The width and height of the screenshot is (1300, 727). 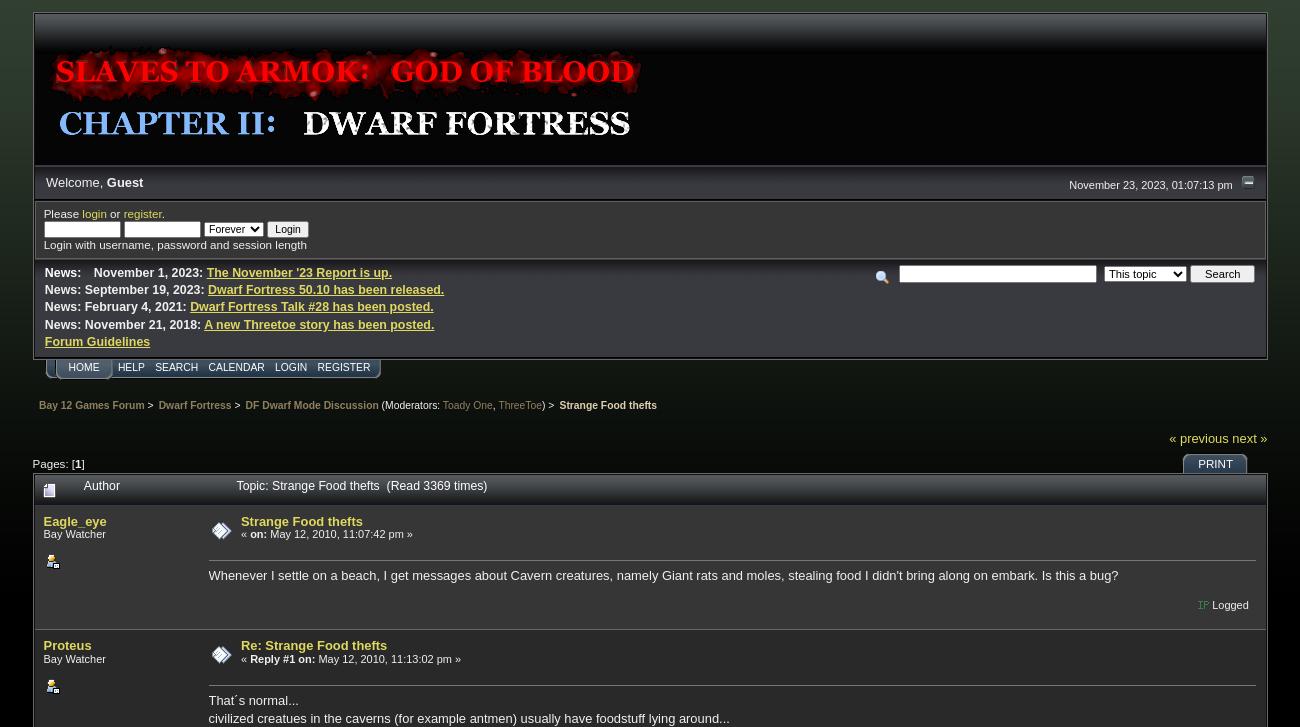 What do you see at coordinates (251, 699) in the screenshot?
I see `'That´s normal...'` at bounding box center [251, 699].